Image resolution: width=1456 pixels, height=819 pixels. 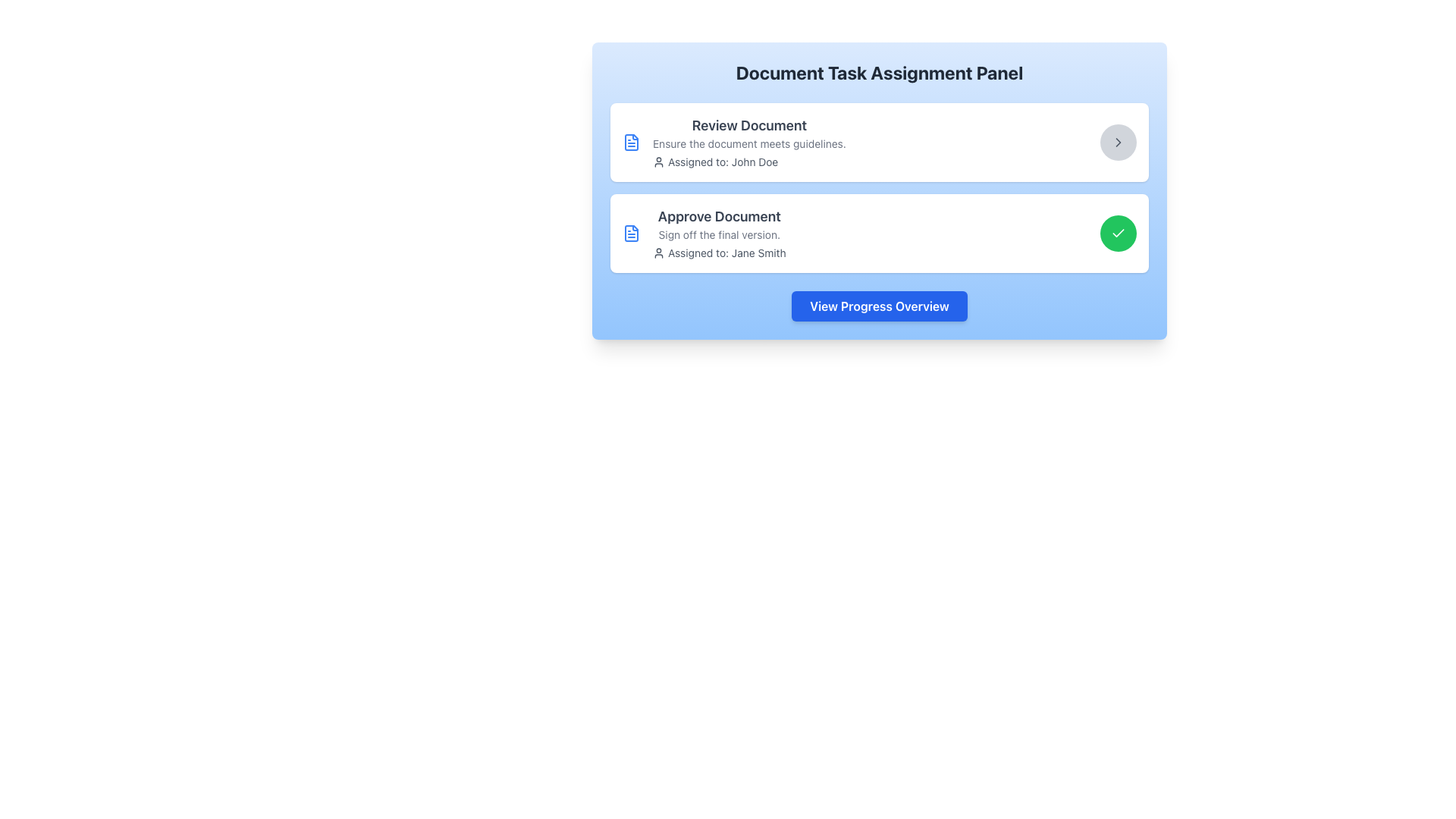 I want to click on the SVG checkmark icon contained within the green circular button, which is located next to the 'Approve Document' task, so click(x=1118, y=234).